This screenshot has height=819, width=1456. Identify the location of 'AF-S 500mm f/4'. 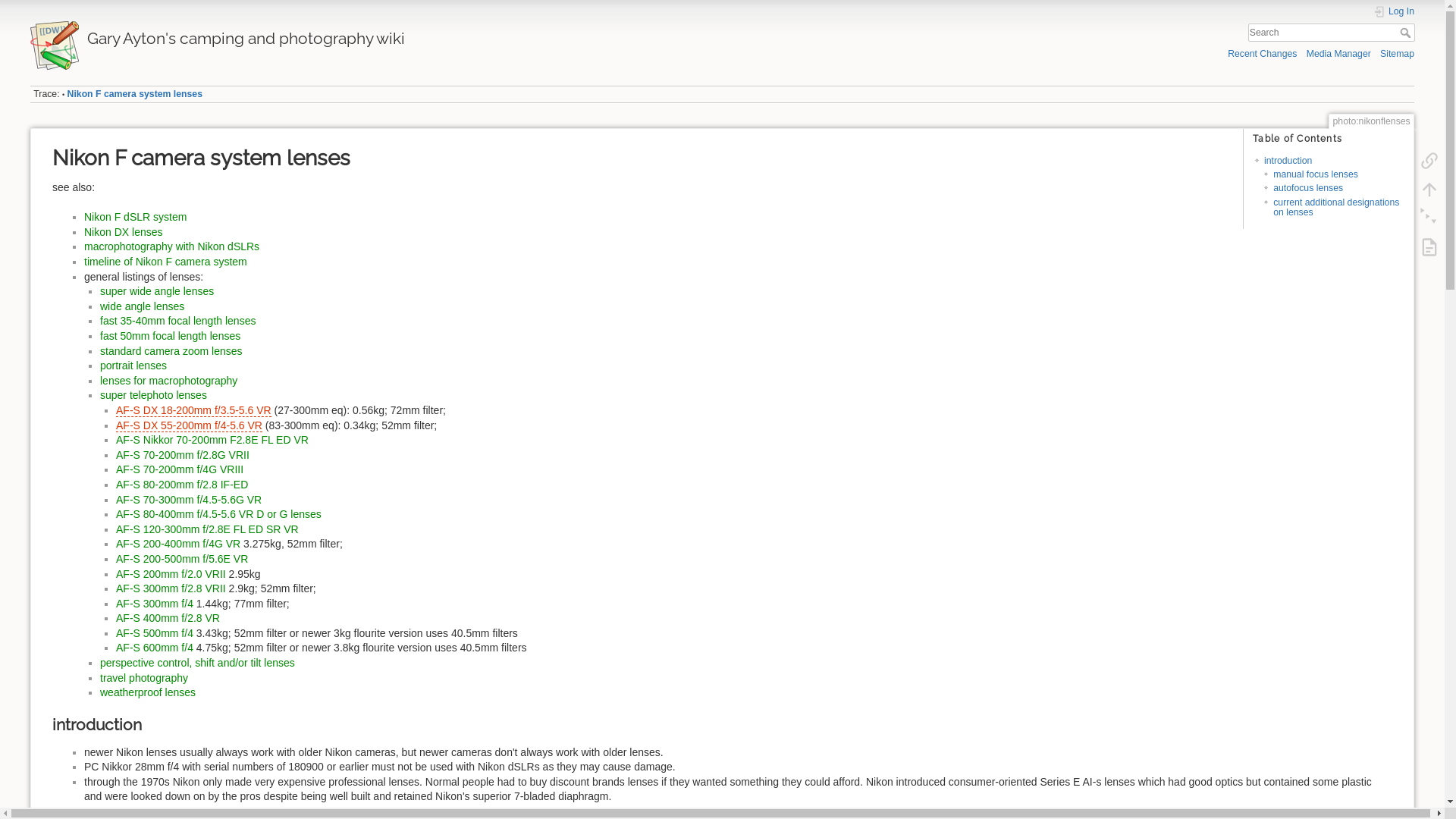
(115, 632).